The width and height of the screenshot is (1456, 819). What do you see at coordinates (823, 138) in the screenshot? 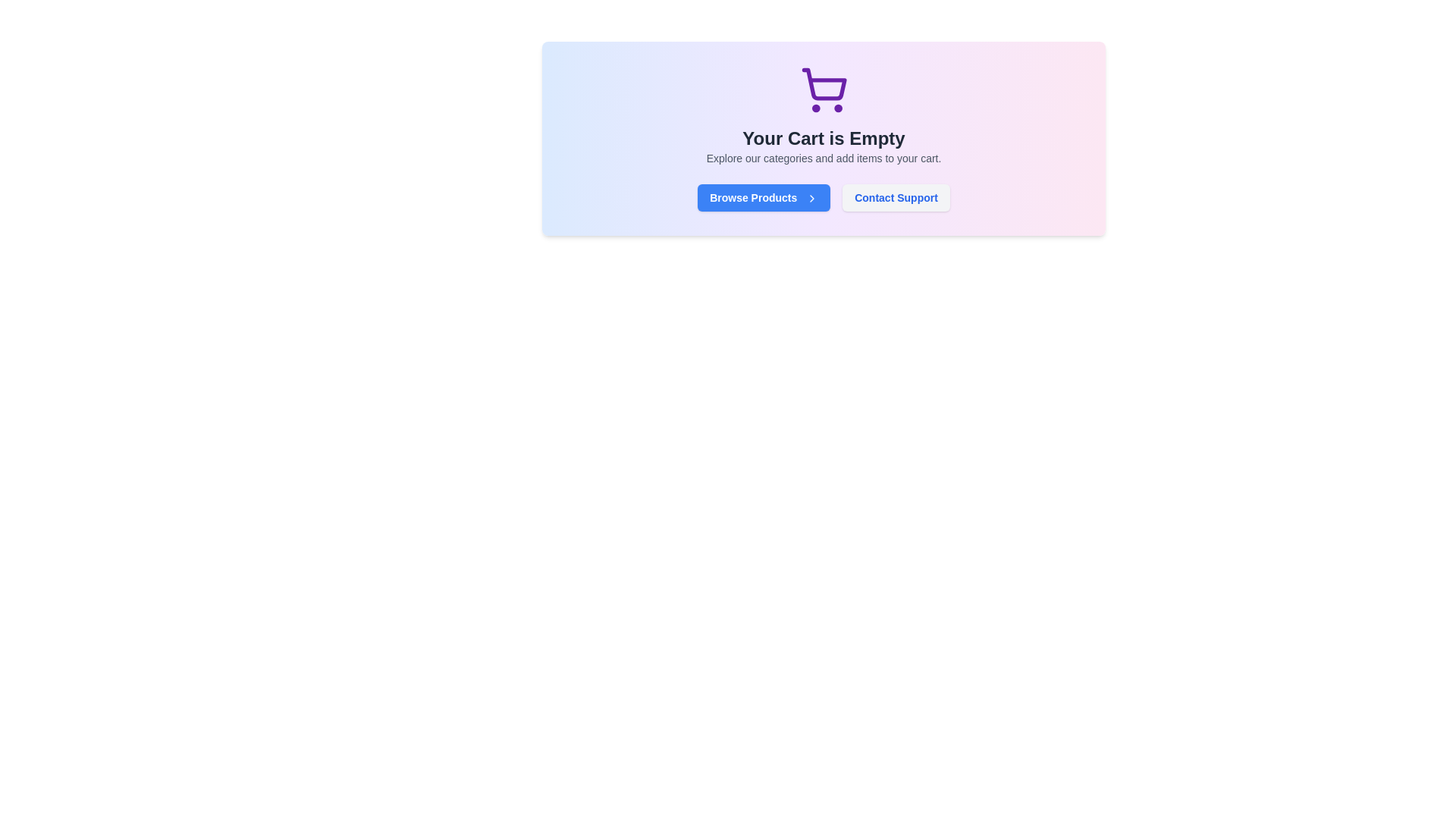
I see `the Text Display element that indicates the shopping cart is empty, which is centrally positioned within a rounded, gradient-shaded box` at bounding box center [823, 138].